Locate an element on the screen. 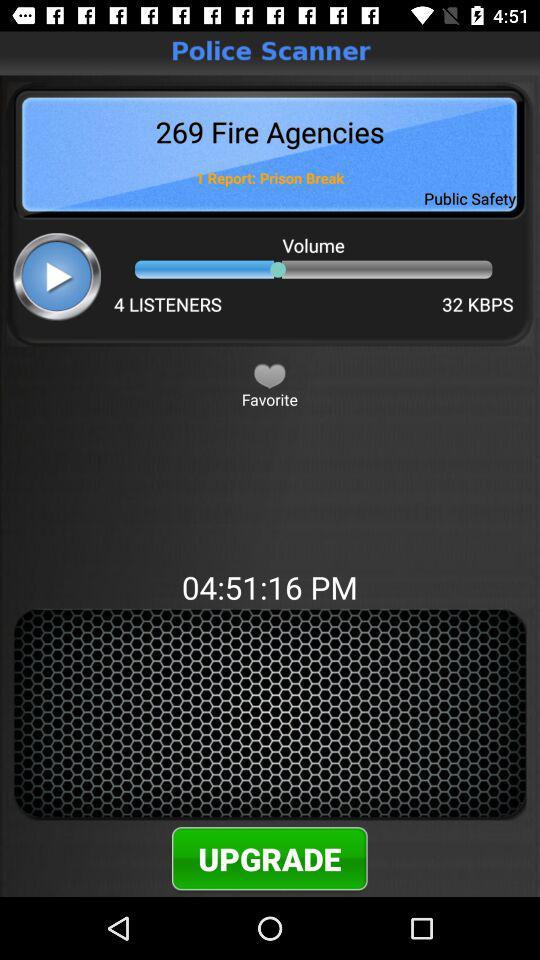 This screenshot has height=960, width=540. icon below the 269 fire agencies item is located at coordinates (57, 275).